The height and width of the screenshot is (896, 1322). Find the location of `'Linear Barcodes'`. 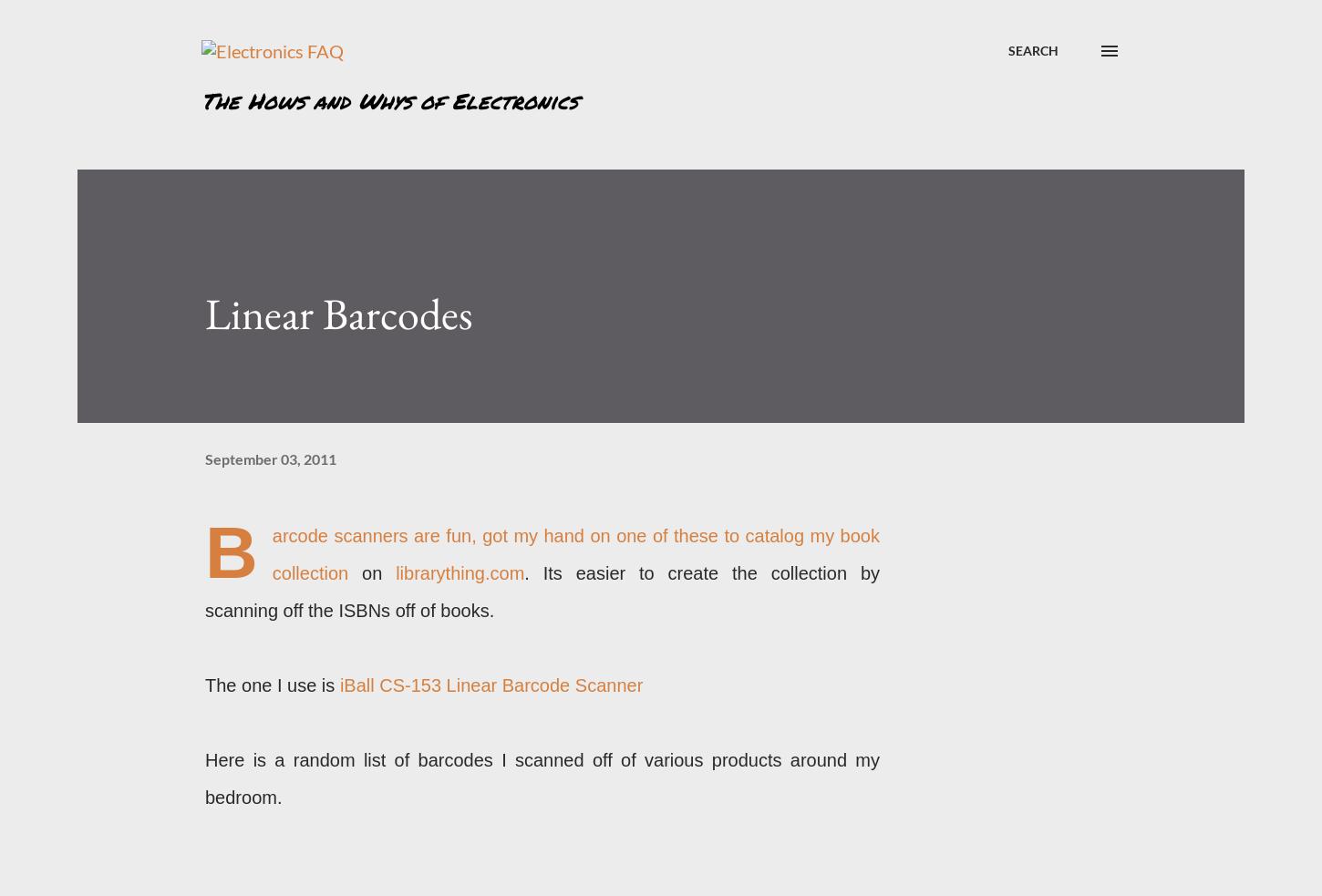

'Linear Barcodes' is located at coordinates (338, 312).